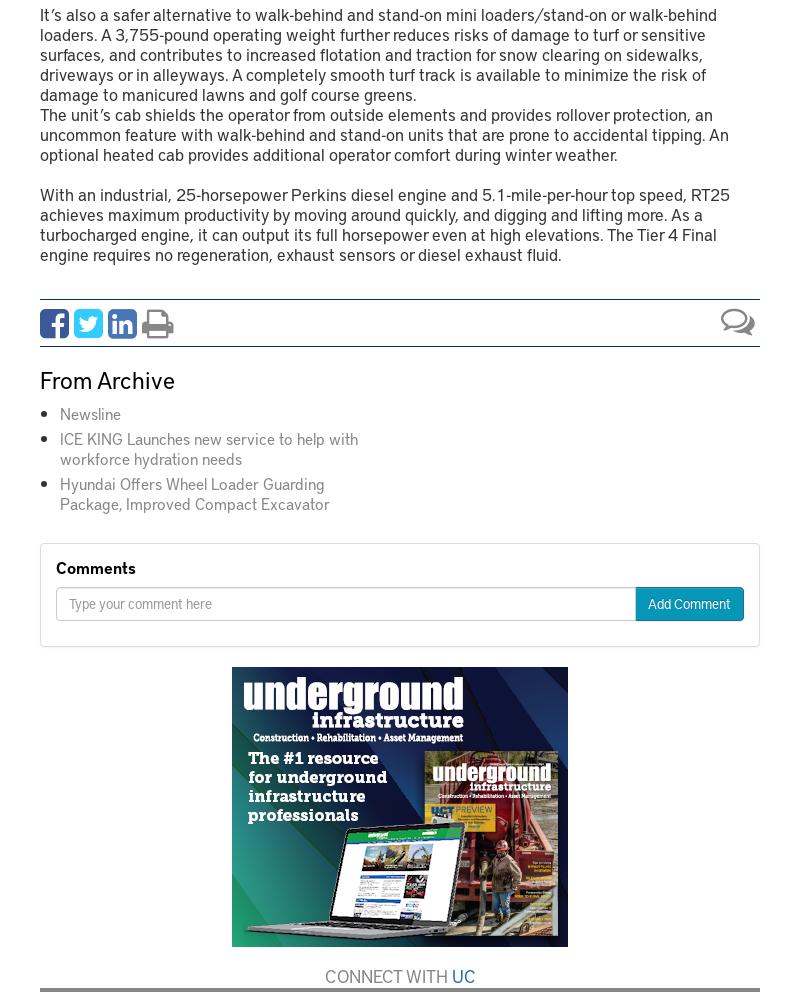 The height and width of the screenshot is (1004, 800). What do you see at coordinates (689, 602) in the screenshot?
I see `'Add Comment'` at bounding box center [689, 602].